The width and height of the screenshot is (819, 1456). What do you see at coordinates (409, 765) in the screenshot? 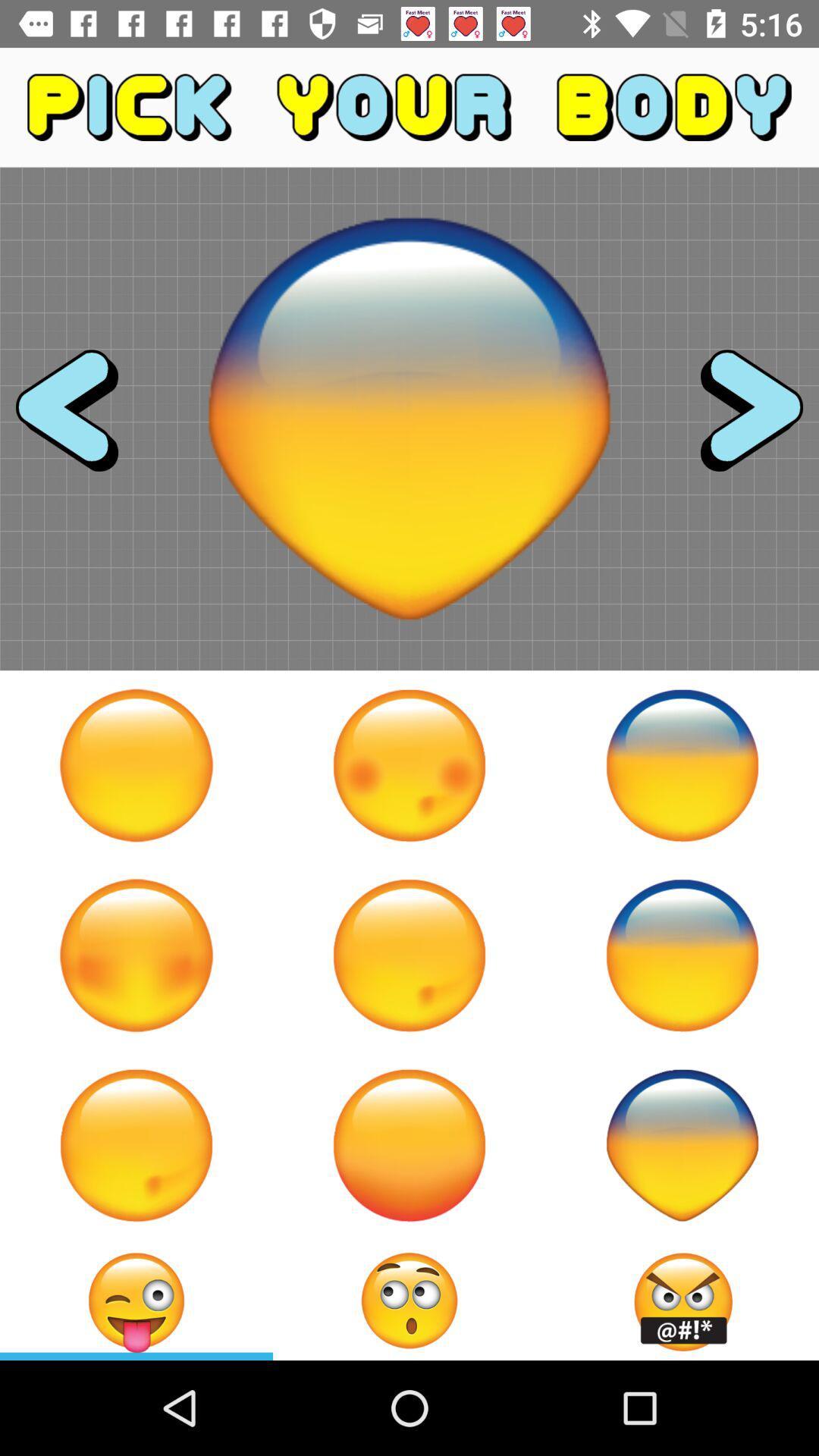
I see `click on the second emoji on the first row` at bounding box center [409, 765].